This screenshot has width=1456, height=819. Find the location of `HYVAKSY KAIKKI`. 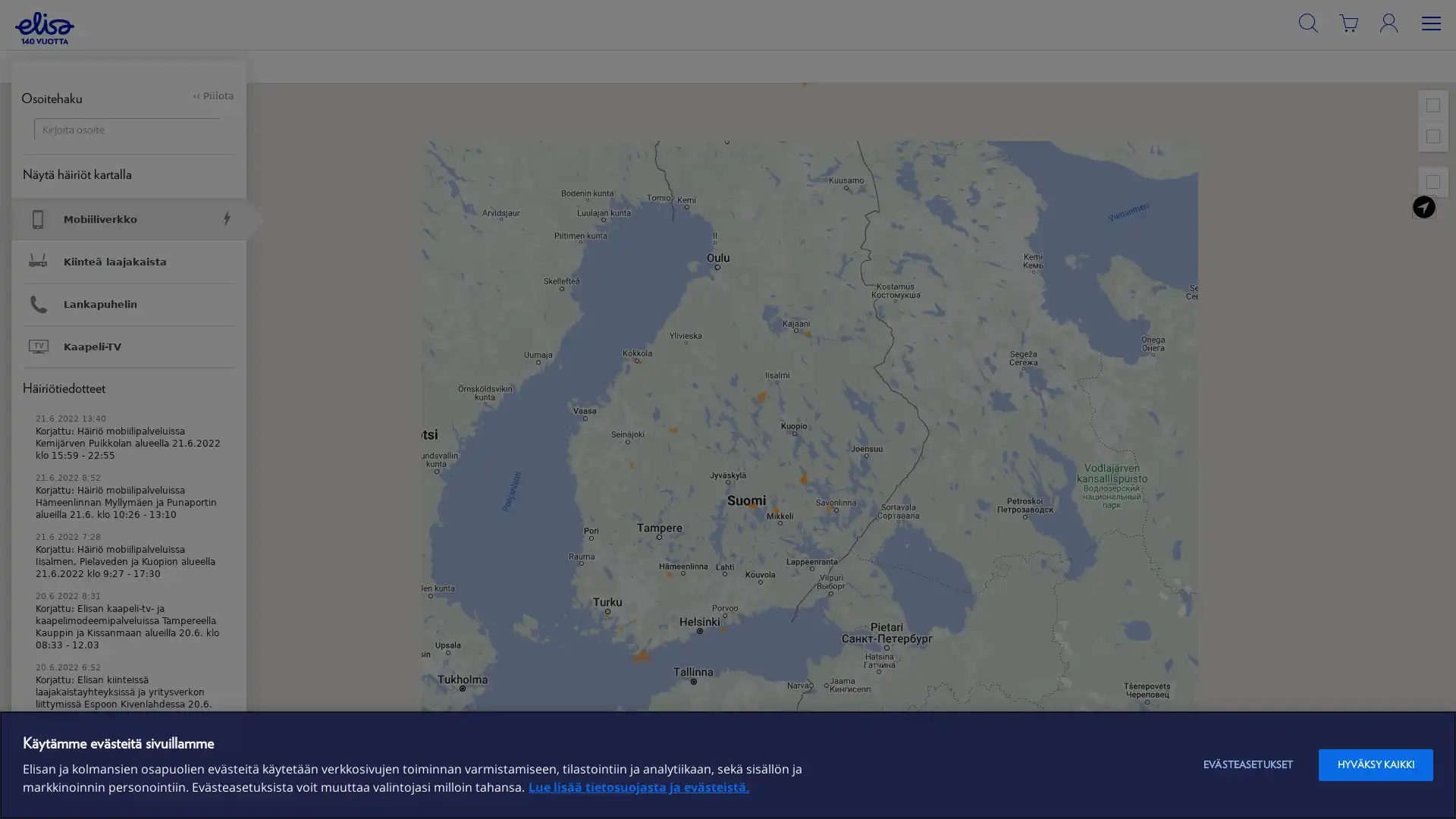

HYVAKSY KAIKKI is located at coordinates (1376, 765).